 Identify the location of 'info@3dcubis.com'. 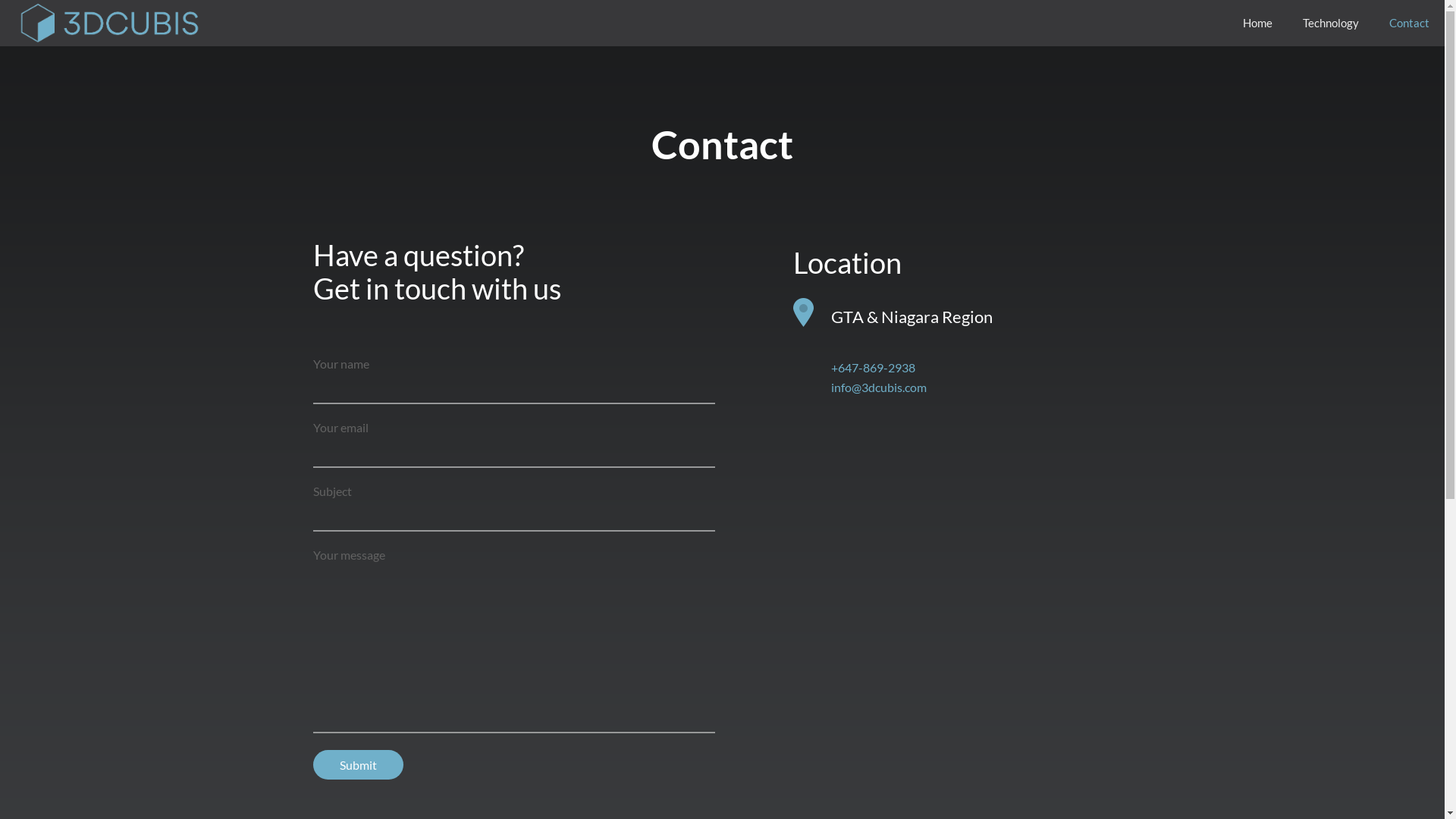
(878, 386).